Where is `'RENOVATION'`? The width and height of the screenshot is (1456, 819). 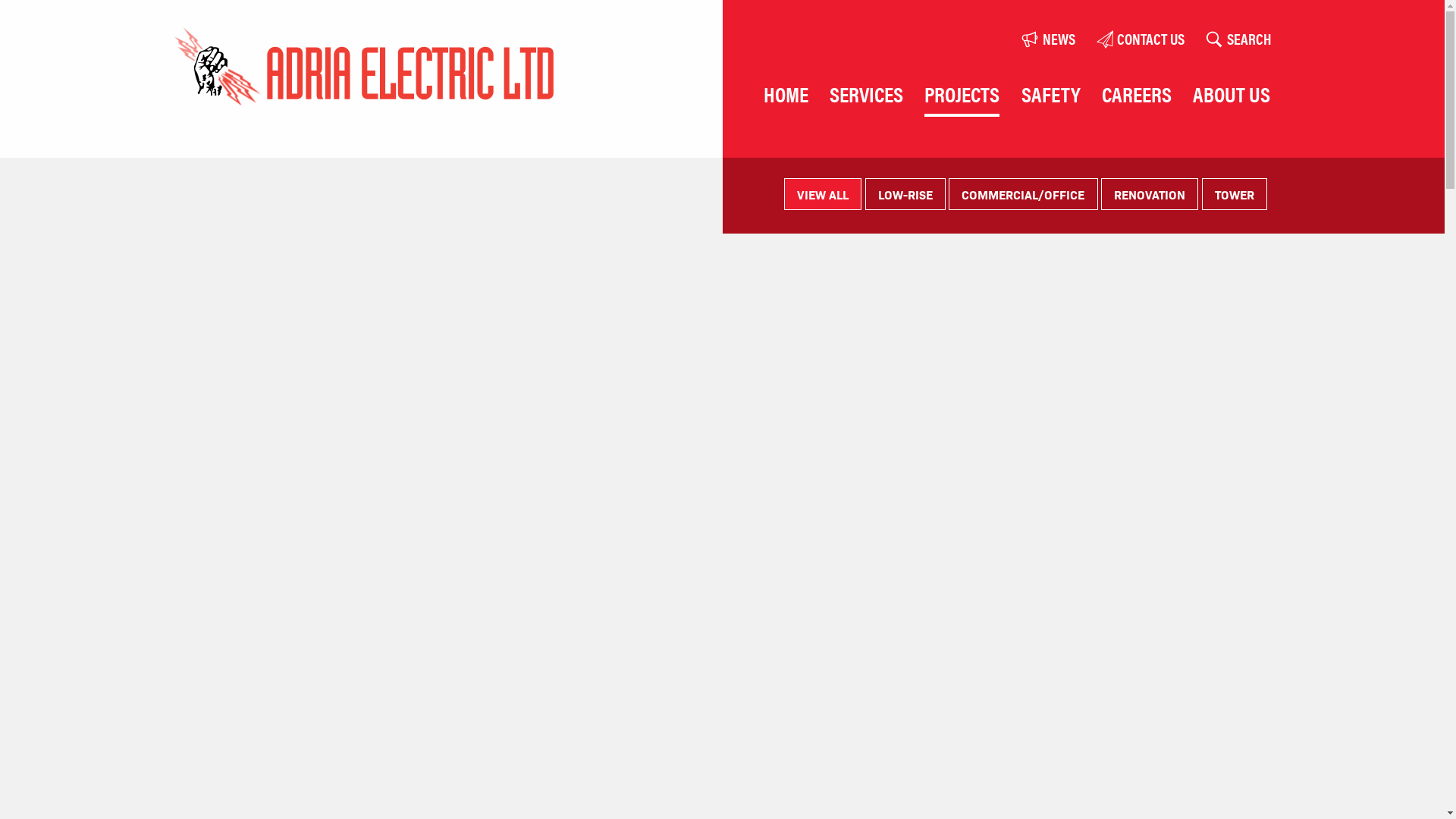
'RENOVATION' is located at coordinates (1100, 193).